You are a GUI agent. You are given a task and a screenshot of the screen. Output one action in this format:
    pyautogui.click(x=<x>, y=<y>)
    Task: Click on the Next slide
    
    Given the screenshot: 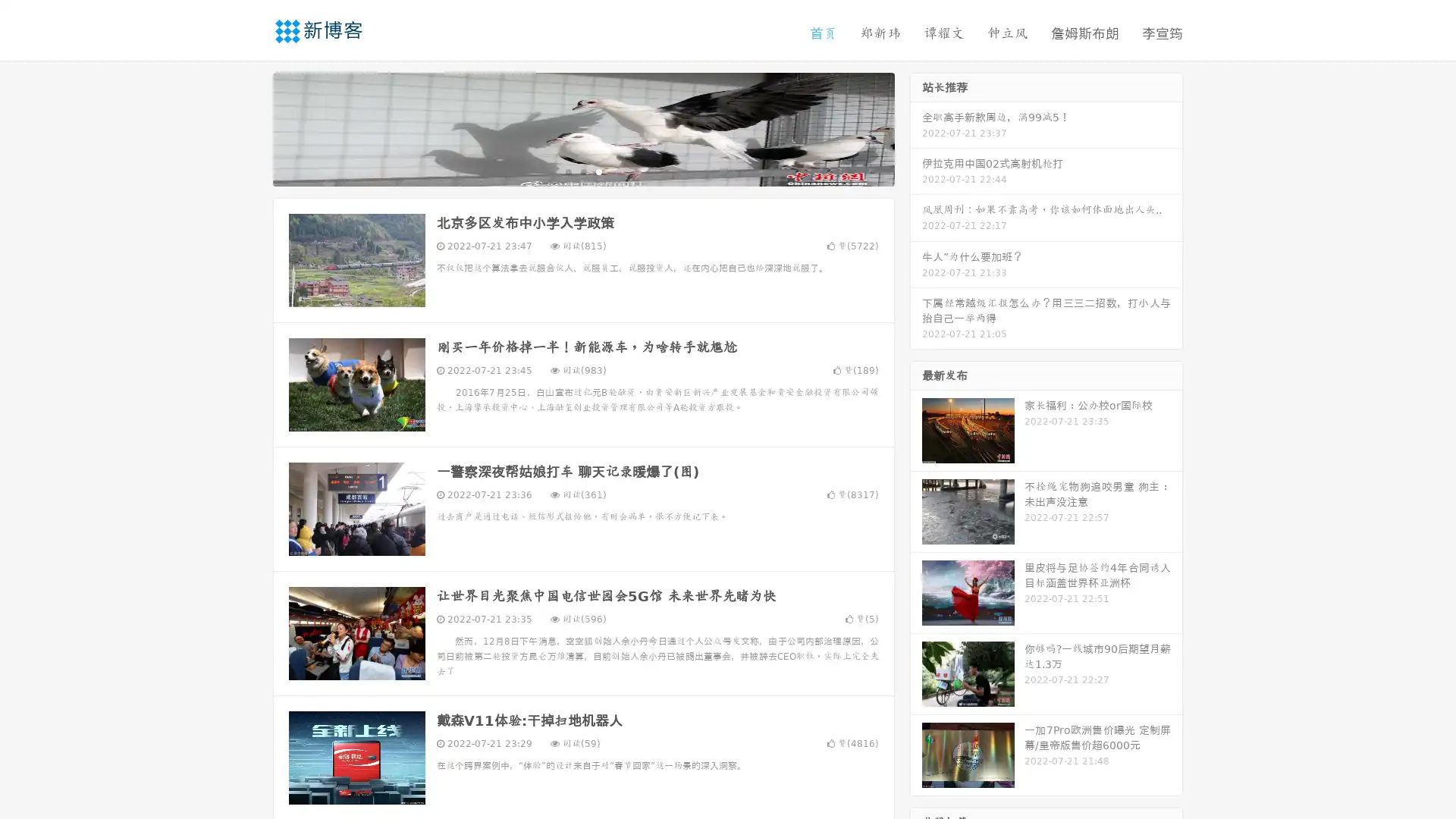 What is the action you would take?
    pyautogui.click(x=916, y=127)
    